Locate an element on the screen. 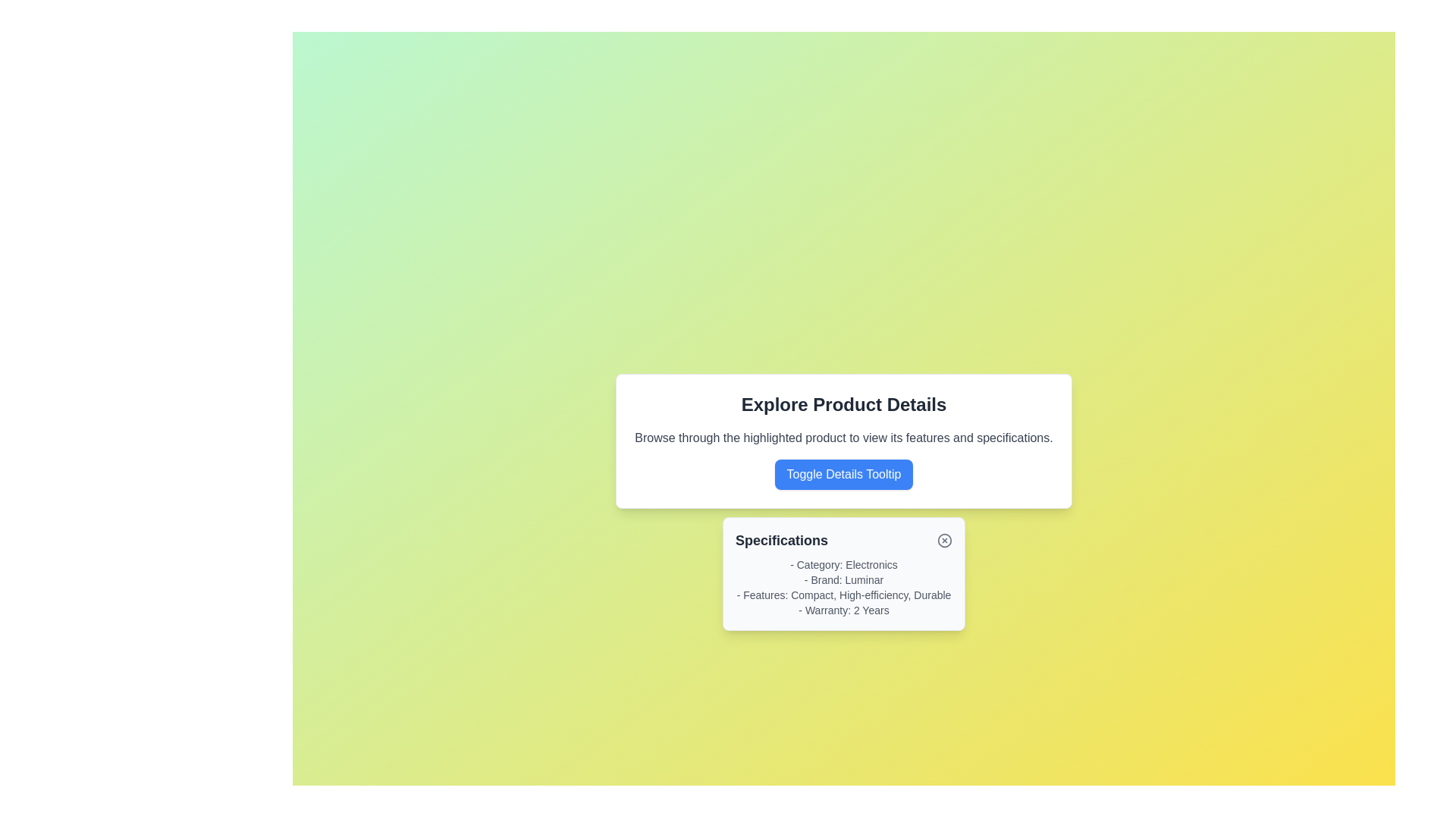  the small gray circle button with an 'X' in the center, located in the top-right corner of the 'Specifications' card to change its color to a darker gray is located at coordinates (944, 540).